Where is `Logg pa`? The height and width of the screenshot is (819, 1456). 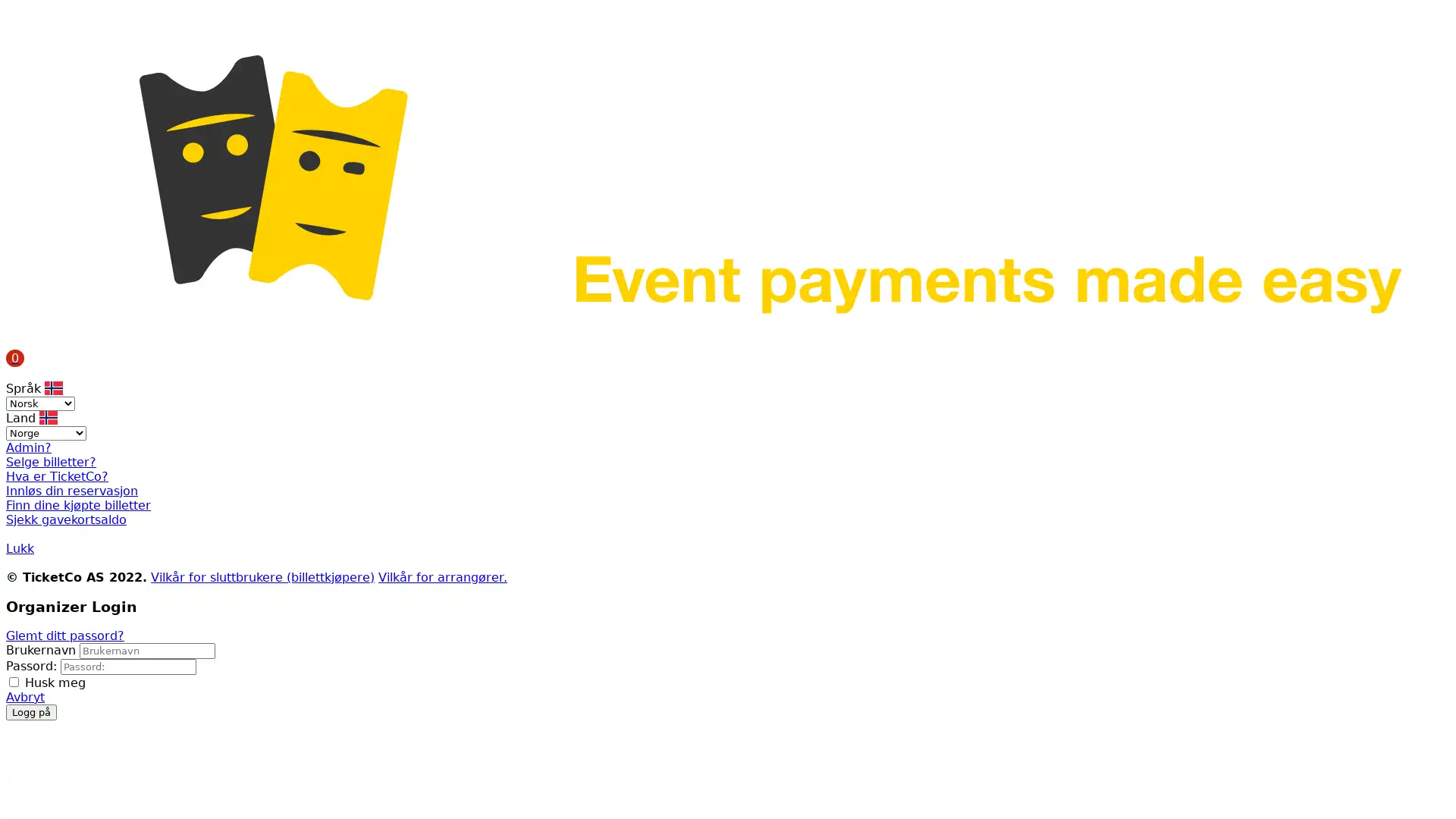 Logg pa is located at coordinates (31, 712).